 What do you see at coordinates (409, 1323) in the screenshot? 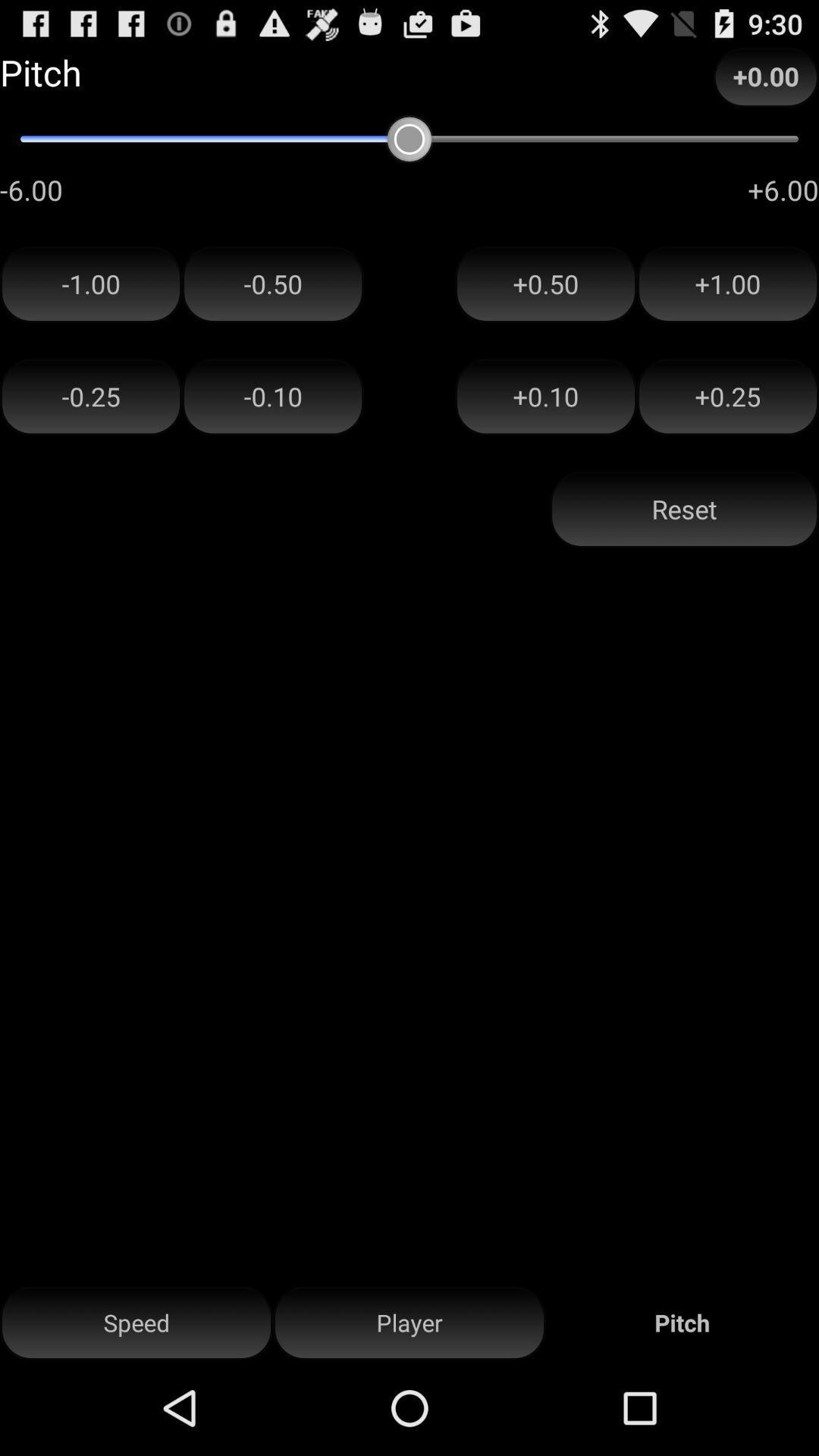
I see `item next to speed item` at bounding box center [409, 1323].